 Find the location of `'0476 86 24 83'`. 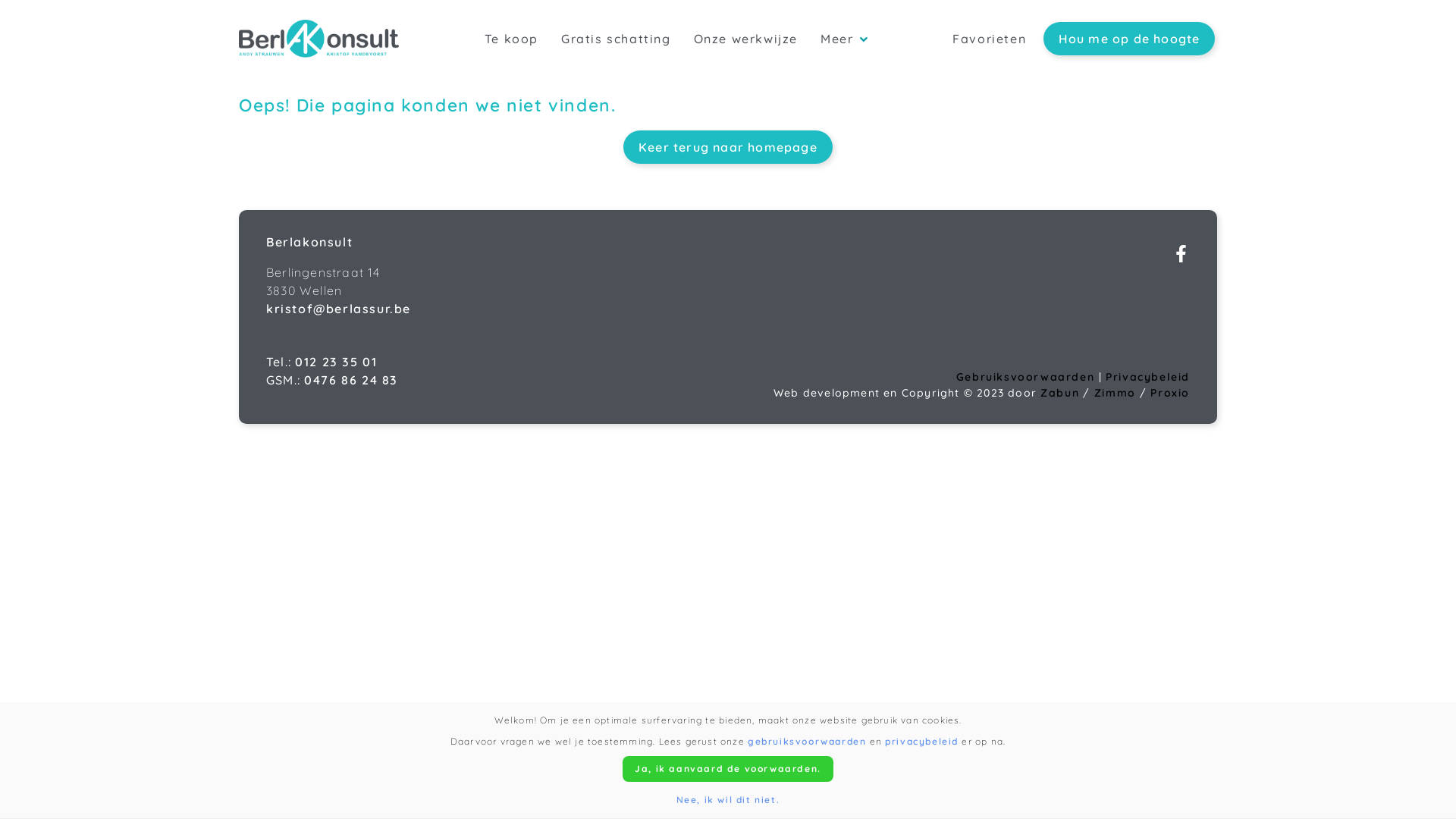

'0476 86 24 83' is located at coordinates (350, 379).